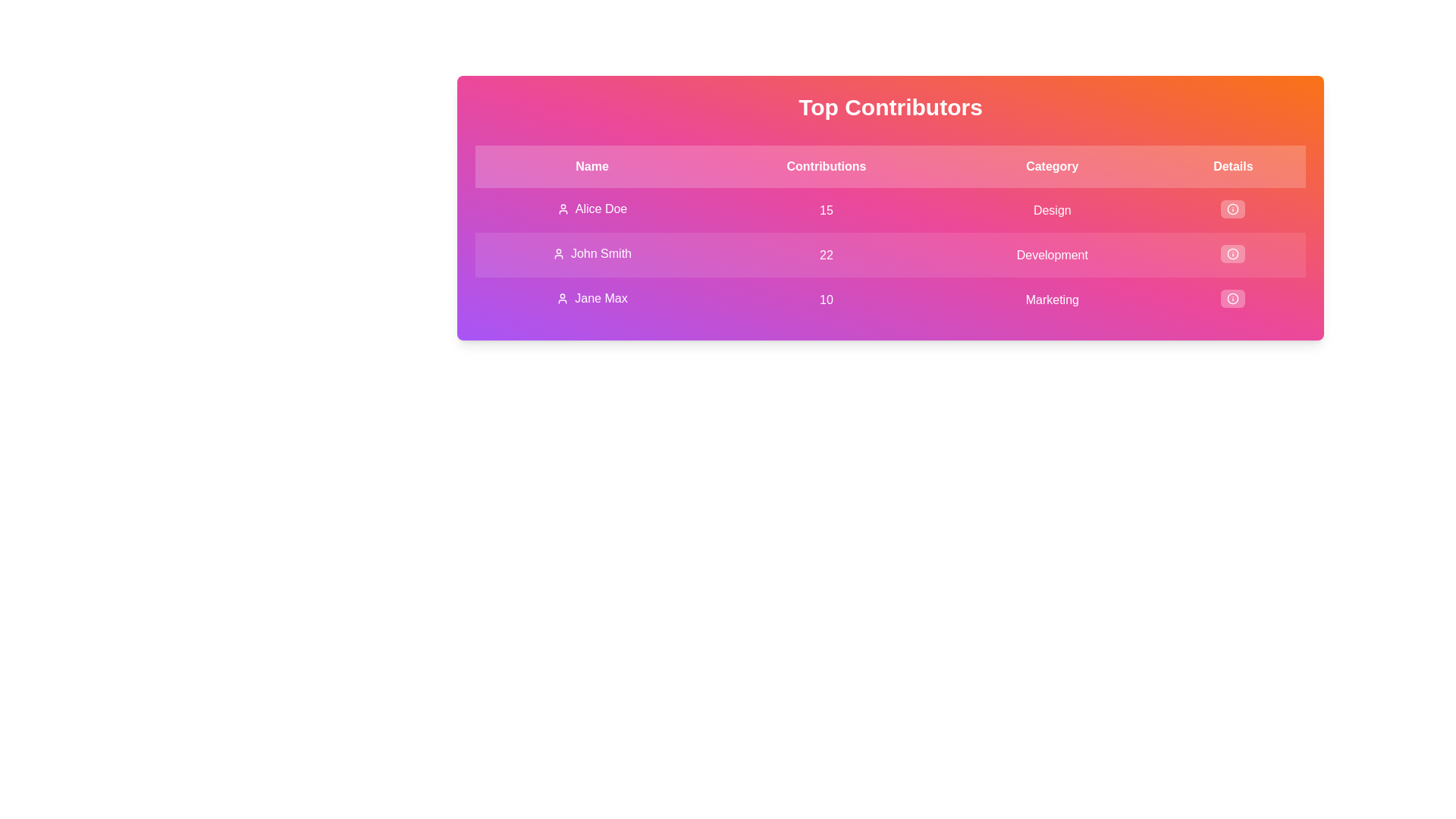  Describe the element at coordinates (825, 300) in the screenshot. I see `the white text displaying the number '10' in the 'Contributions' column of the 'Top Contributors' list, positioned between 'Jane Max' and 'Marketing'` at that location.